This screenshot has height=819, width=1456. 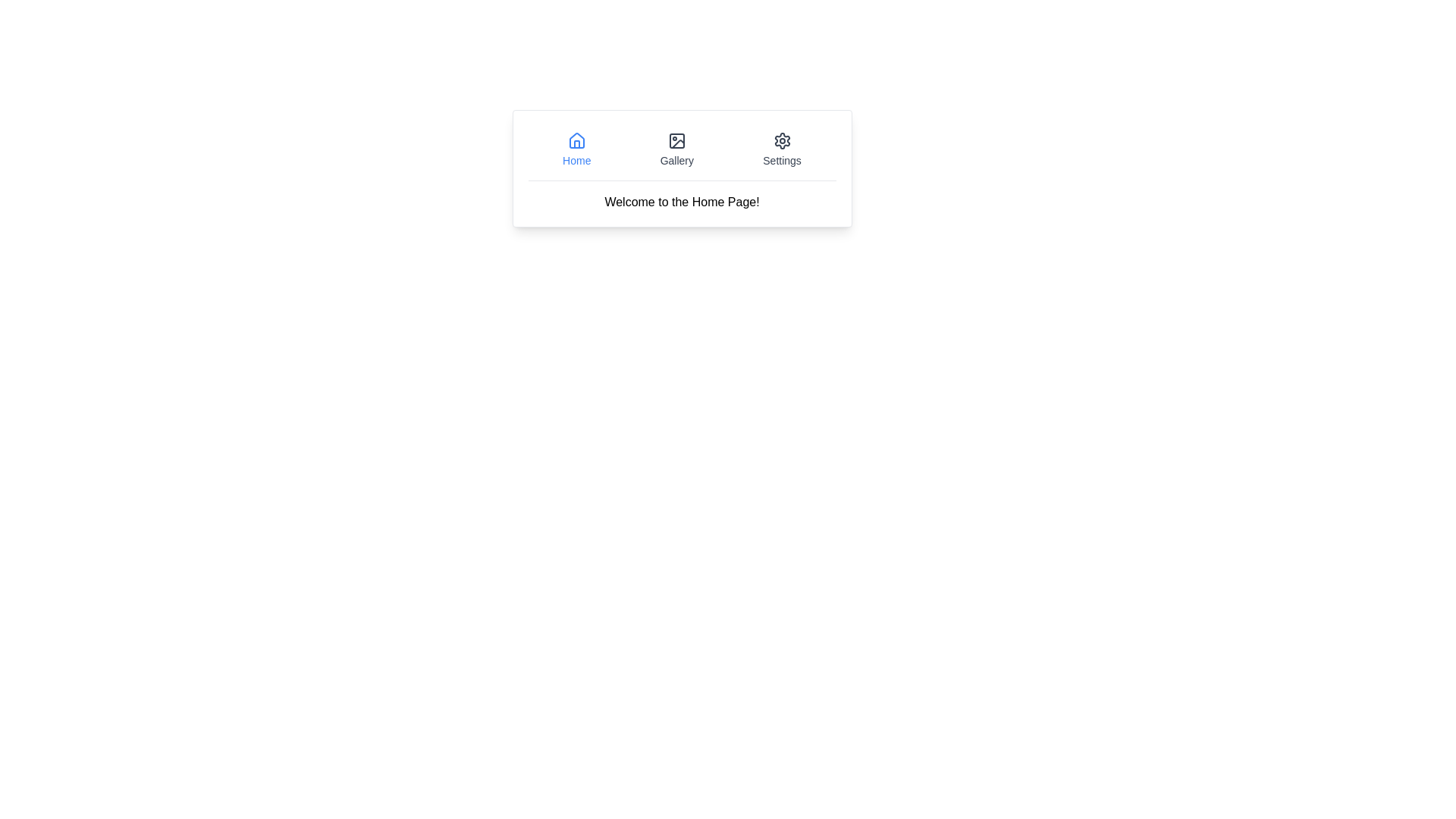 I want to click on text content of the label located under the home icon, positioned to the left of the 'Gallery' and 'Settings' labels, so click(x=576, y=161).